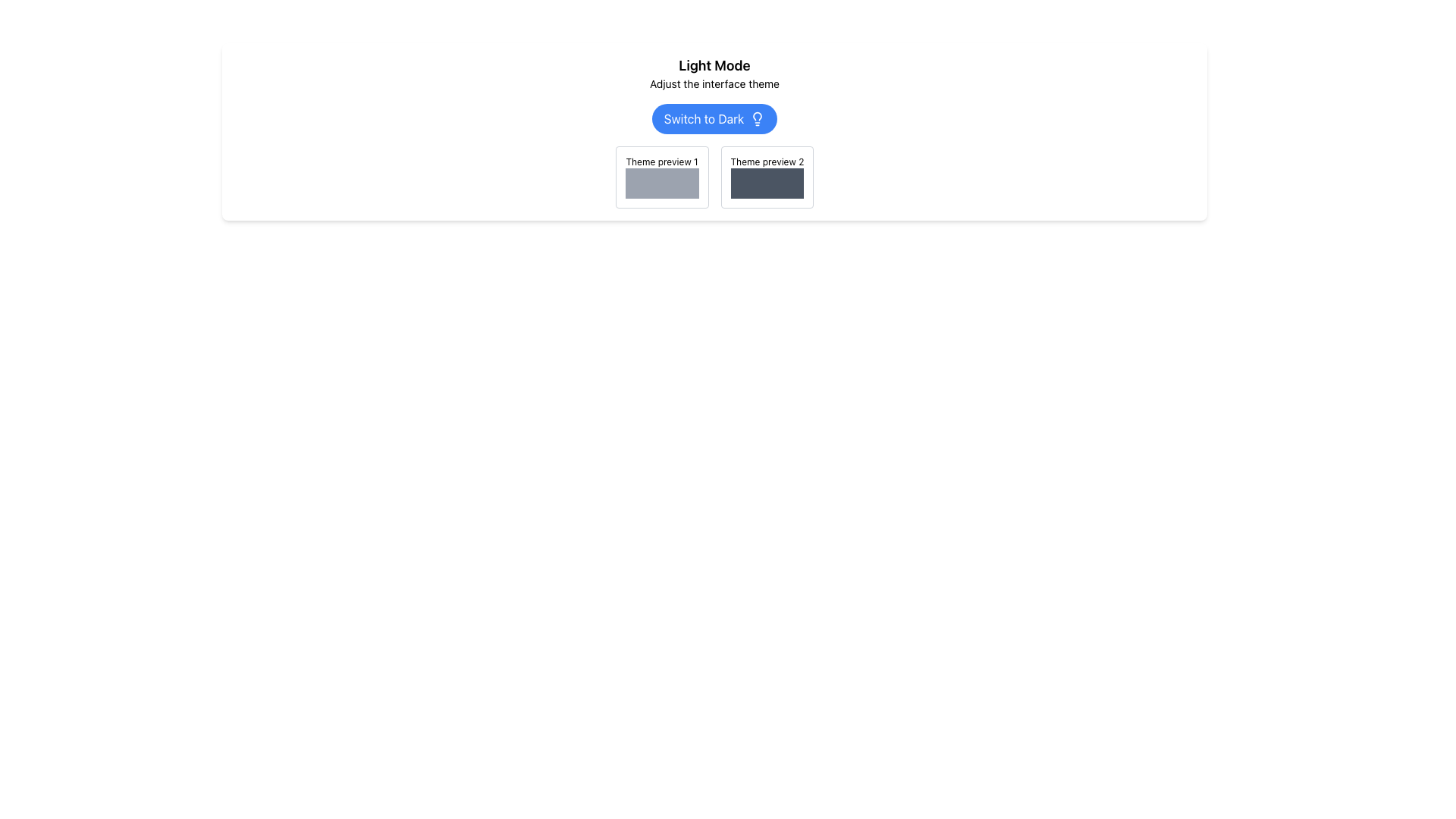 This screenshot has height=819, width=1456. What do you see at coordinates (714, 84) in the screenshot?
I see `information from the text label that reads 'Adjust the interface theme', which is located below the 'Light Mode' text` at bounding box center [714, 84].